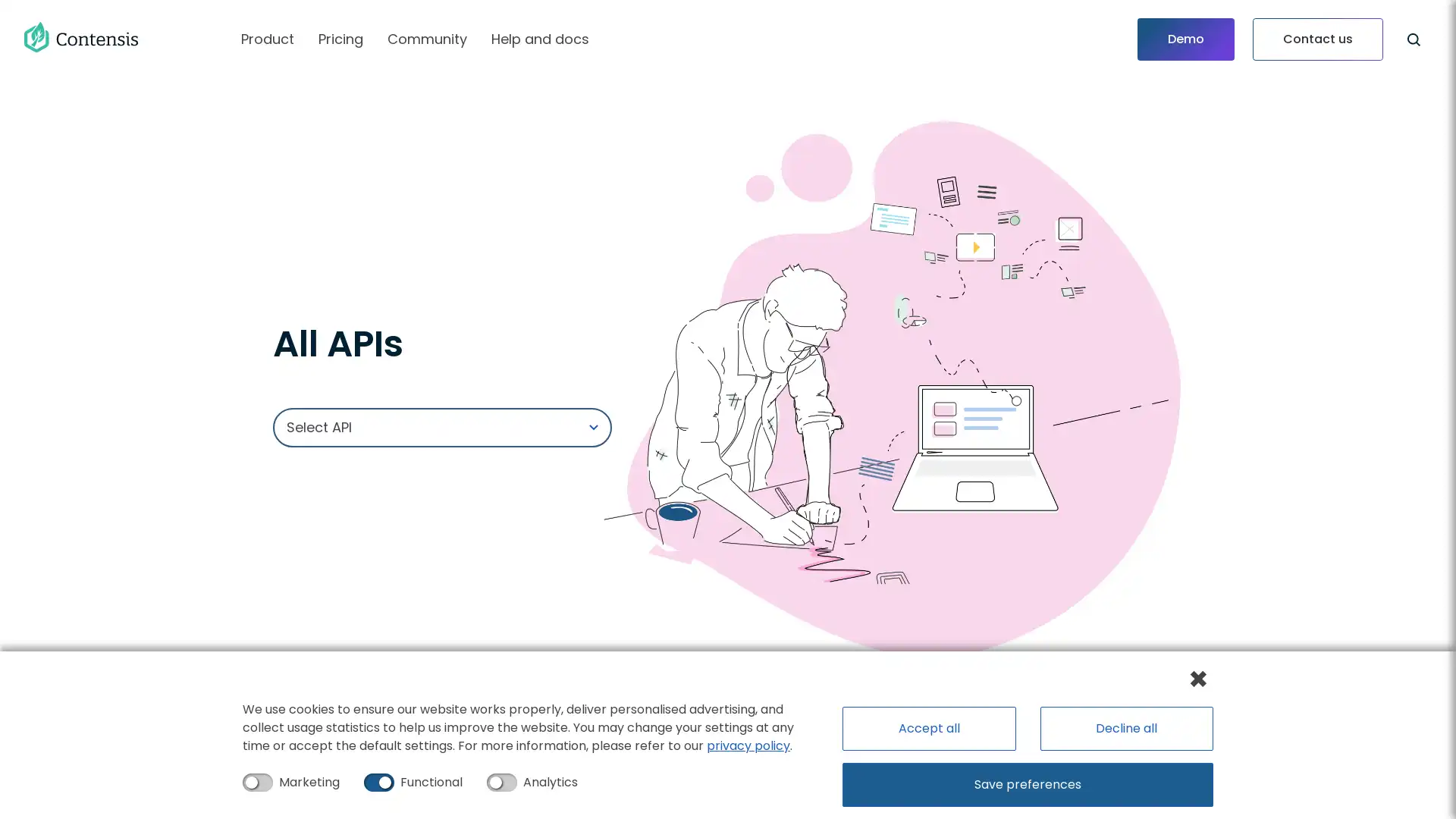 This screenshot has width=1456, height=819. Describe the element at coordinates (1197, 677) in the screenshot. I see `Close` at that location.